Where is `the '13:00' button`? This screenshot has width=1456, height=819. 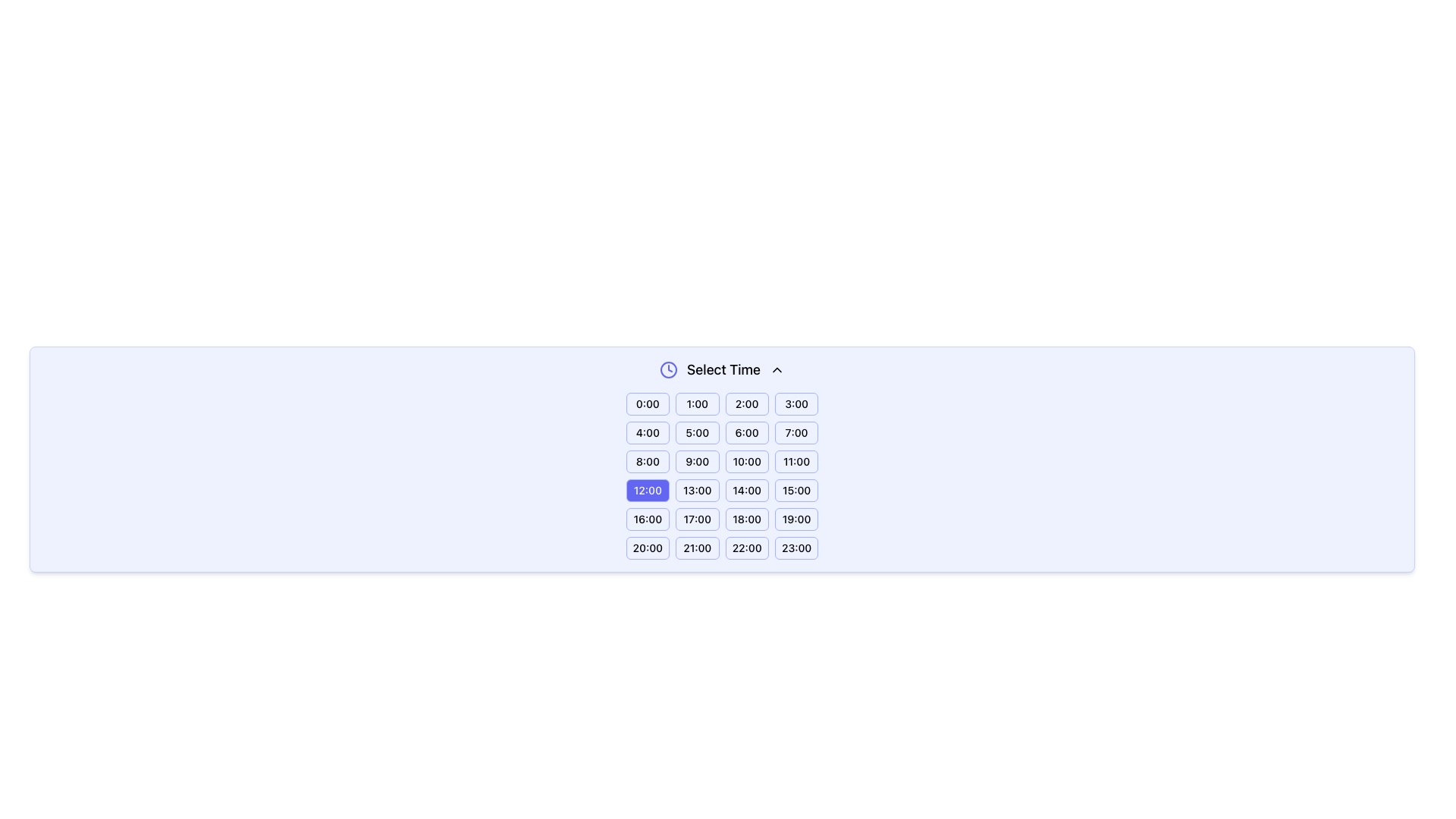 the '13:00' button is located at coordinates (696, 491).